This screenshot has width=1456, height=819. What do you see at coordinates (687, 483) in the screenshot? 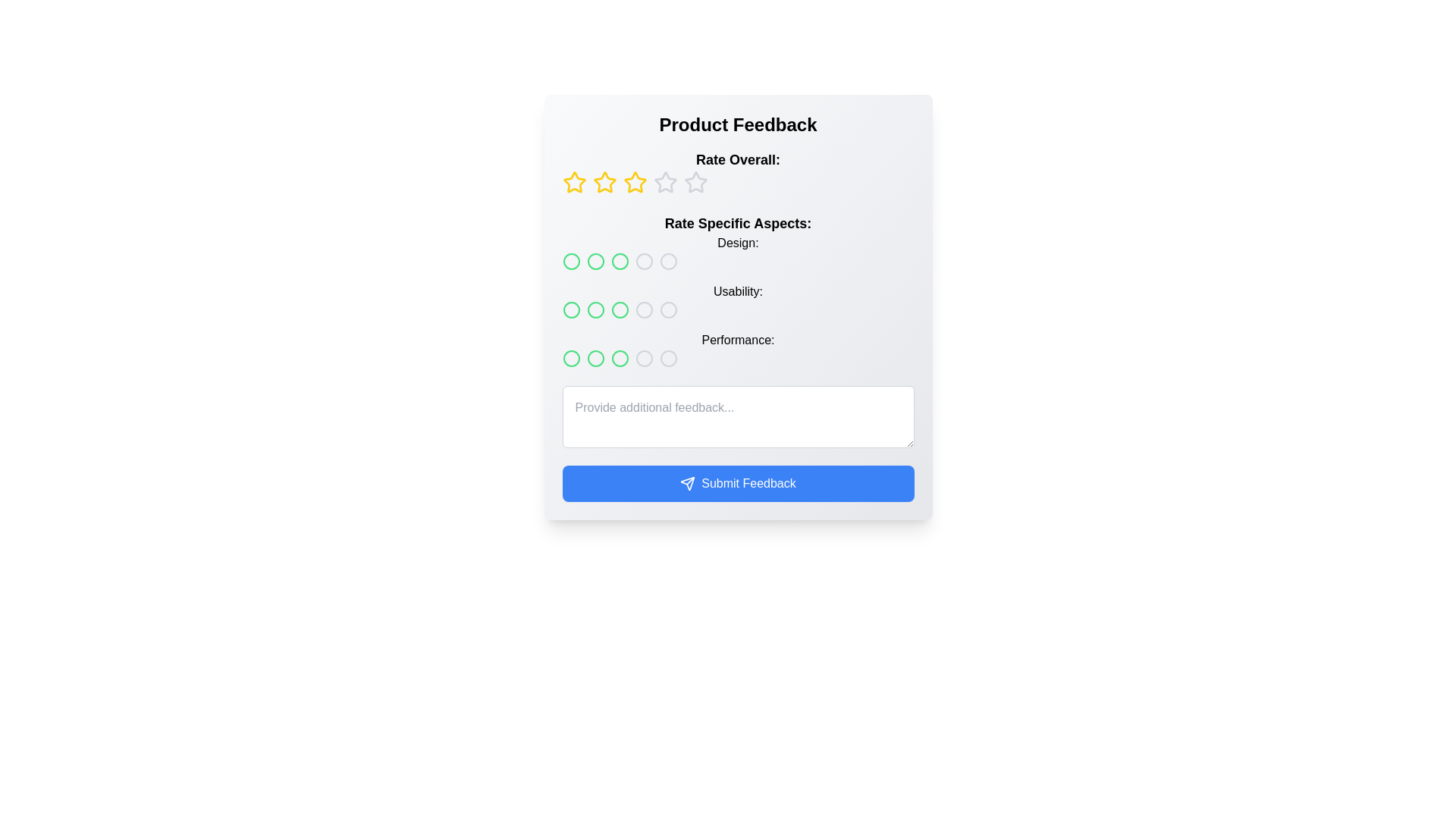
I see `the blue button labeled 'Submit Feedback'` at bounding box center [687, 483].